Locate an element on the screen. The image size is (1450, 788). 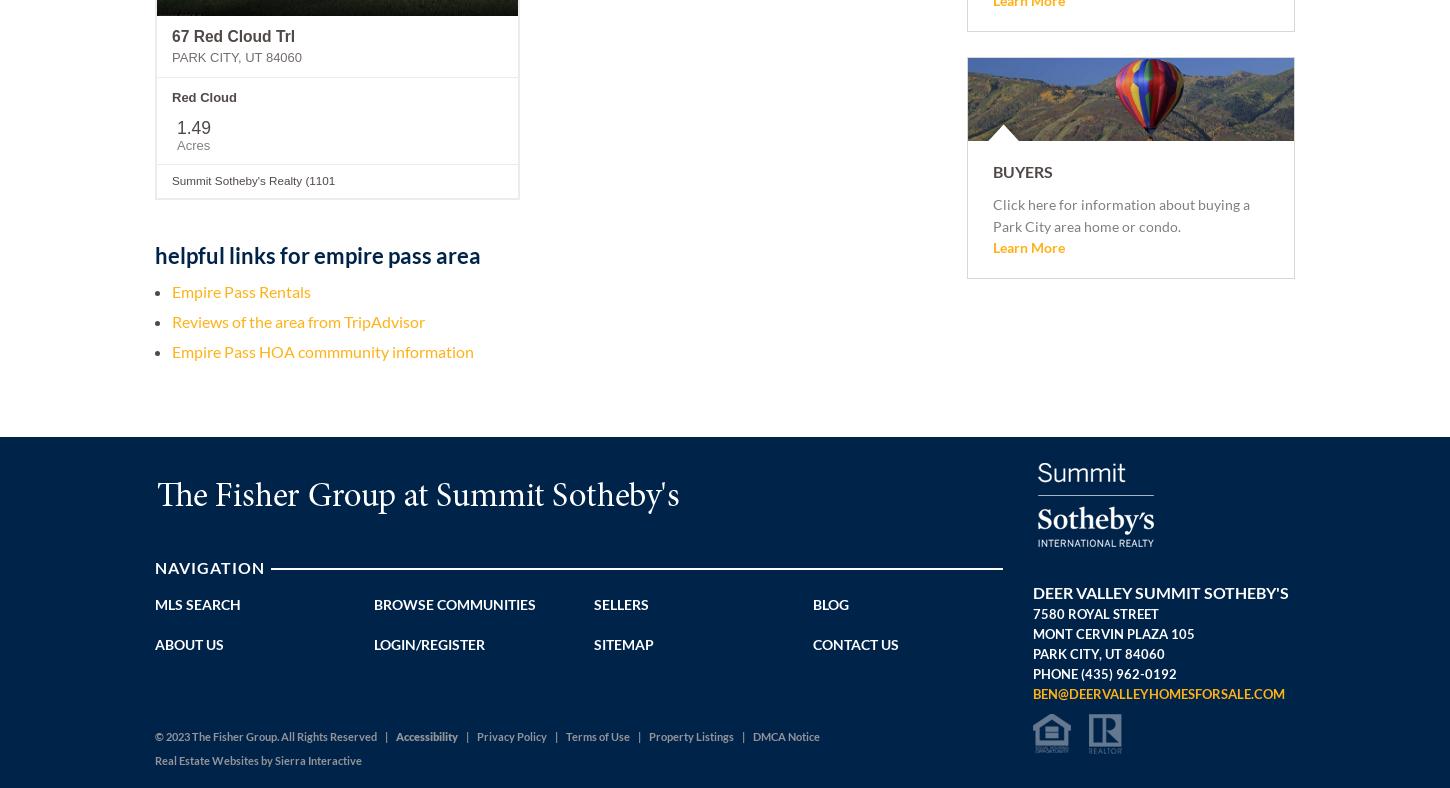
'1.49' is located at coordinates (193, 127).